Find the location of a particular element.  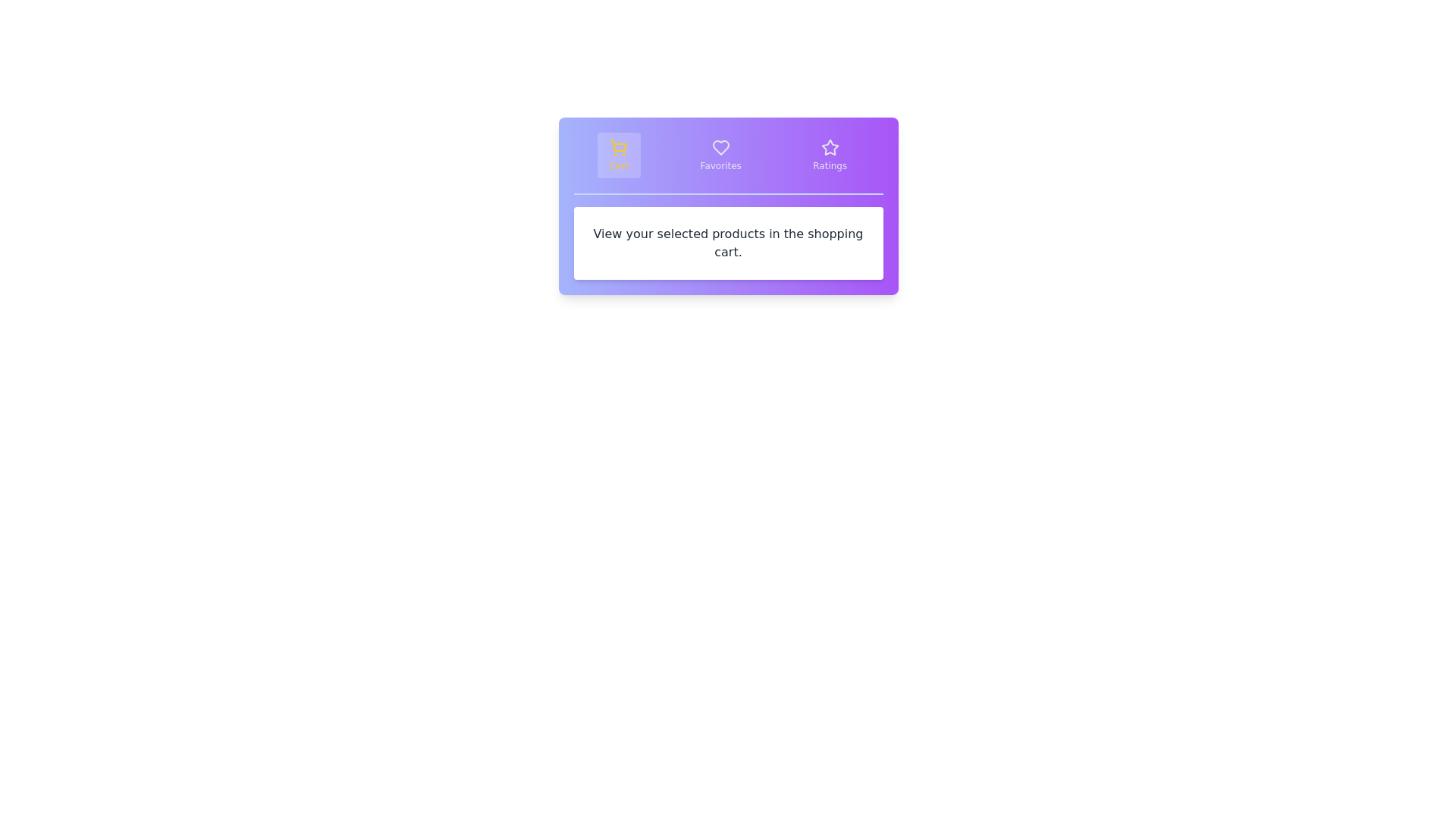

label text that is associated with the shopping cart icon, located centrally at the bottom of the button structure is located at coordinates (619, 166).